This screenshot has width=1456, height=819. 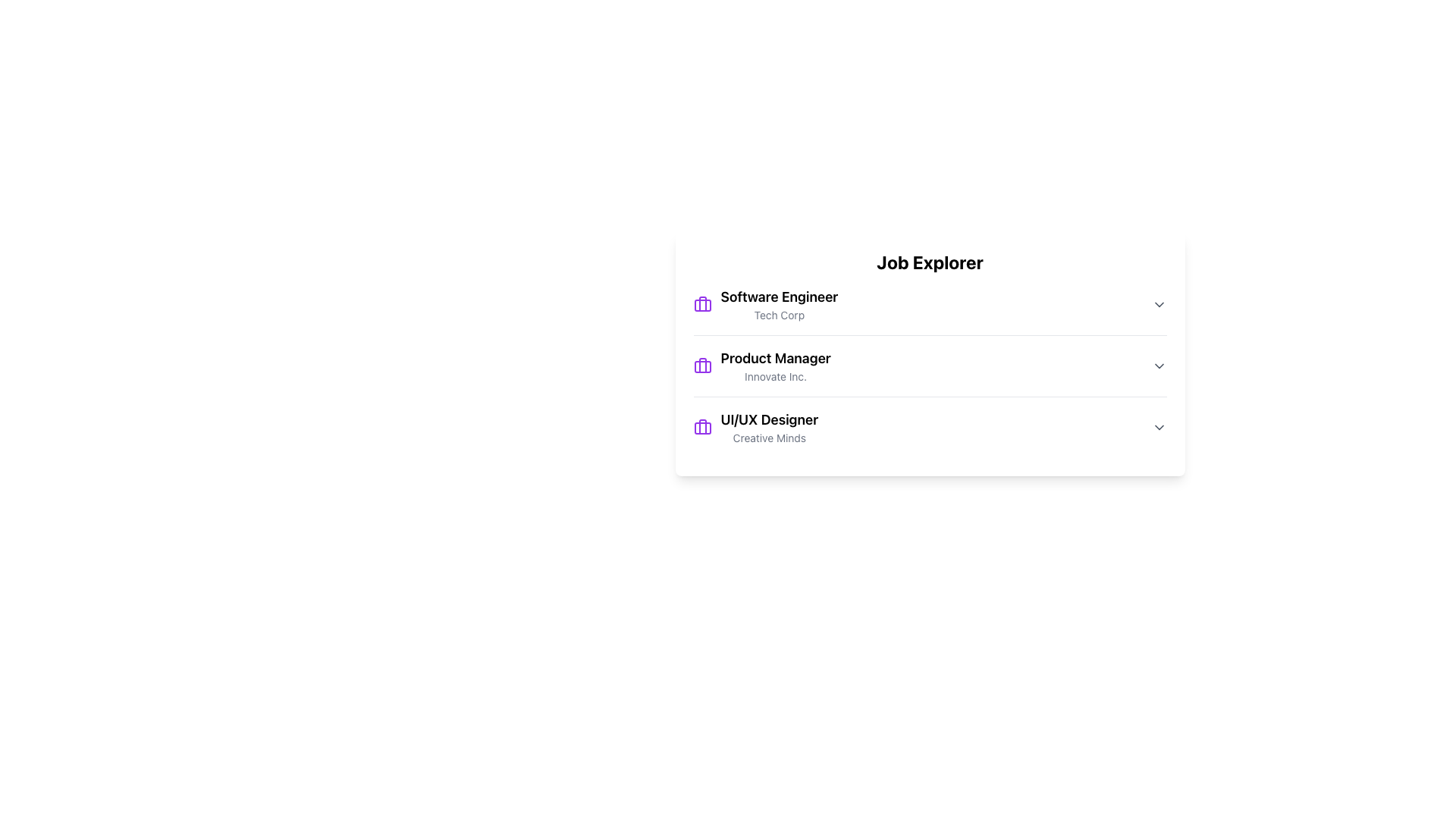 What do you see at coordinates (765, 304) in the screenshot?
I see `the first list item in the Job Explorer menu that contains the text 'Software Engineer' and the subtitle 'Tech Corp', which is accompanied by a purple briefcase icon` at bounding box center [765, 304].